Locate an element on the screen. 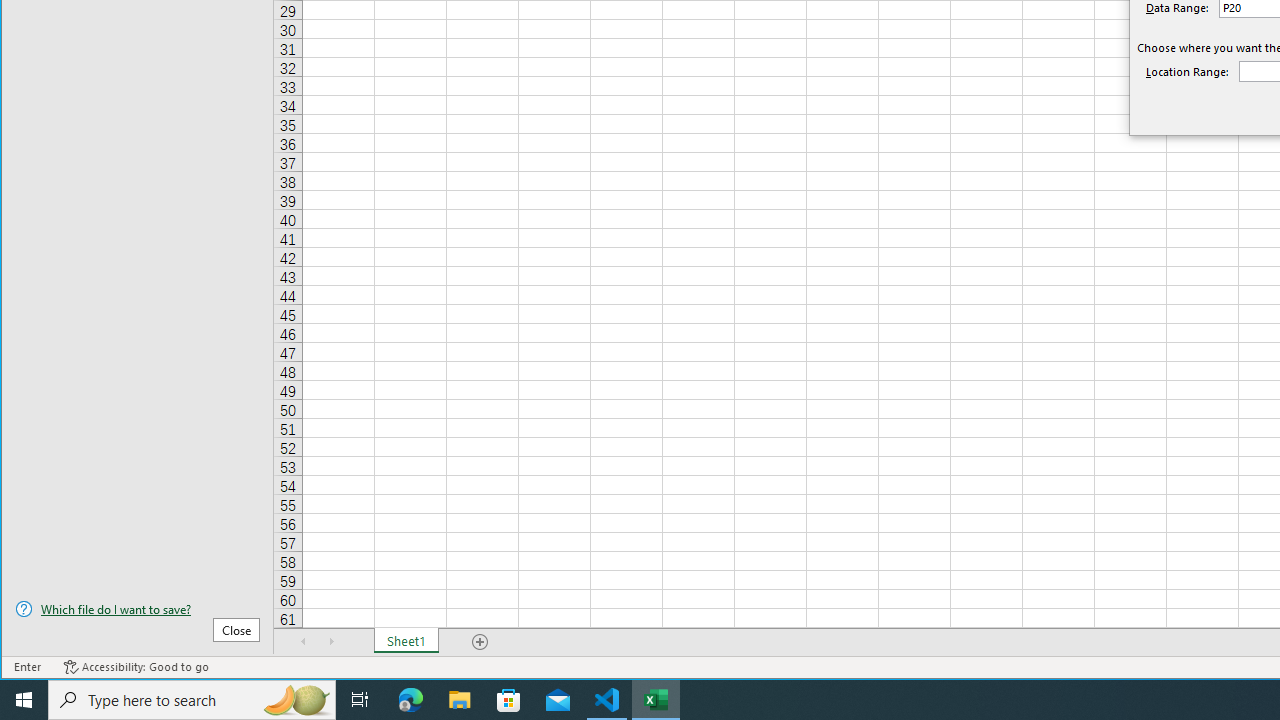  'Which file do I want to save?' is located at coordinates (136, 608).